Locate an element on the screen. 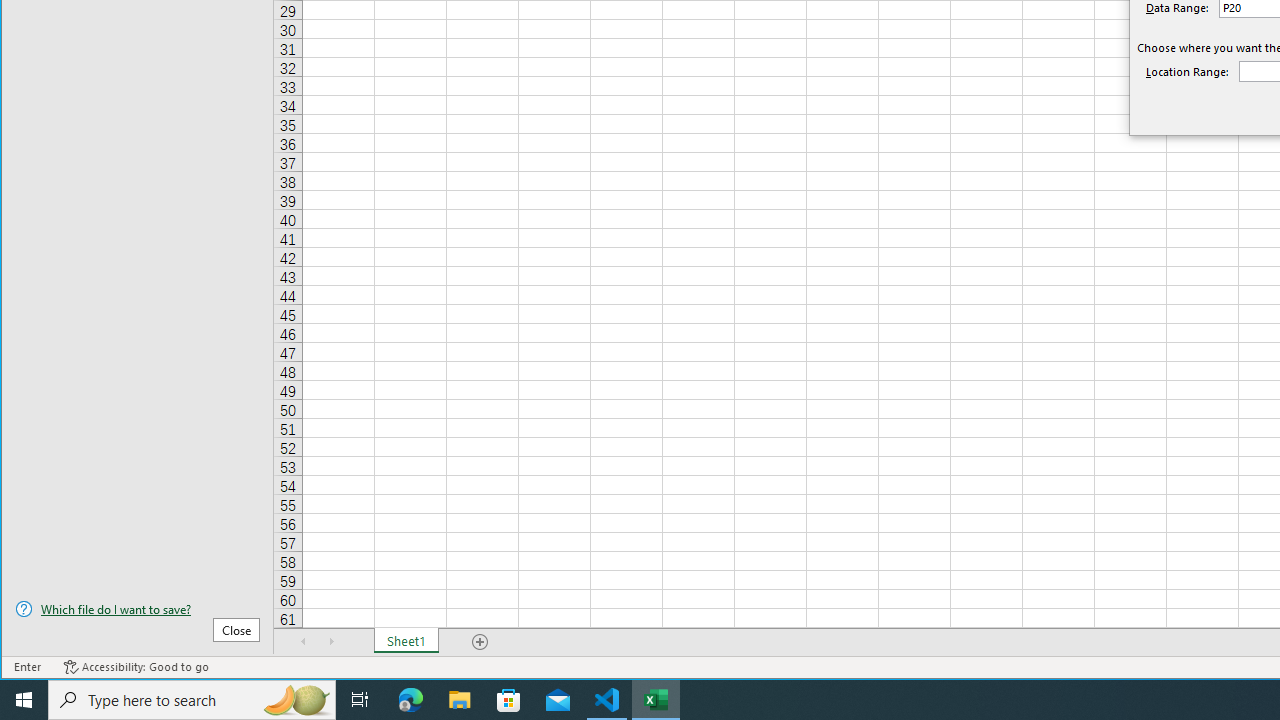  'Which file do I want to save?' is located at coordinates (136, 608).